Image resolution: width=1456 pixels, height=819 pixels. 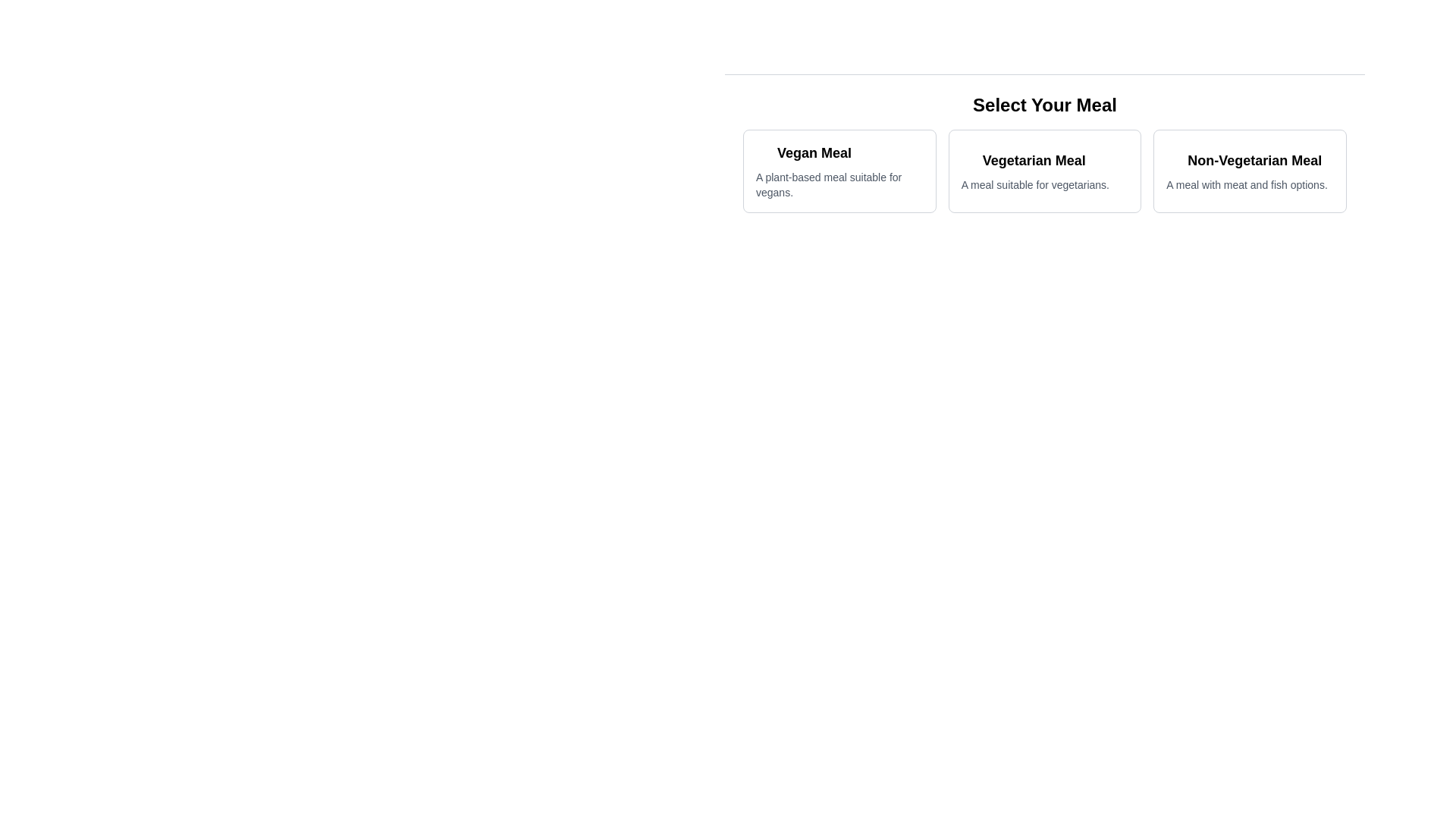 I want to click on the text label that describes 'A plant-based meal suitable for vegans.' located directly below the title 'Vegan Meal' in the leftmost card of three in a grid layout, so click(x=839, y=184).